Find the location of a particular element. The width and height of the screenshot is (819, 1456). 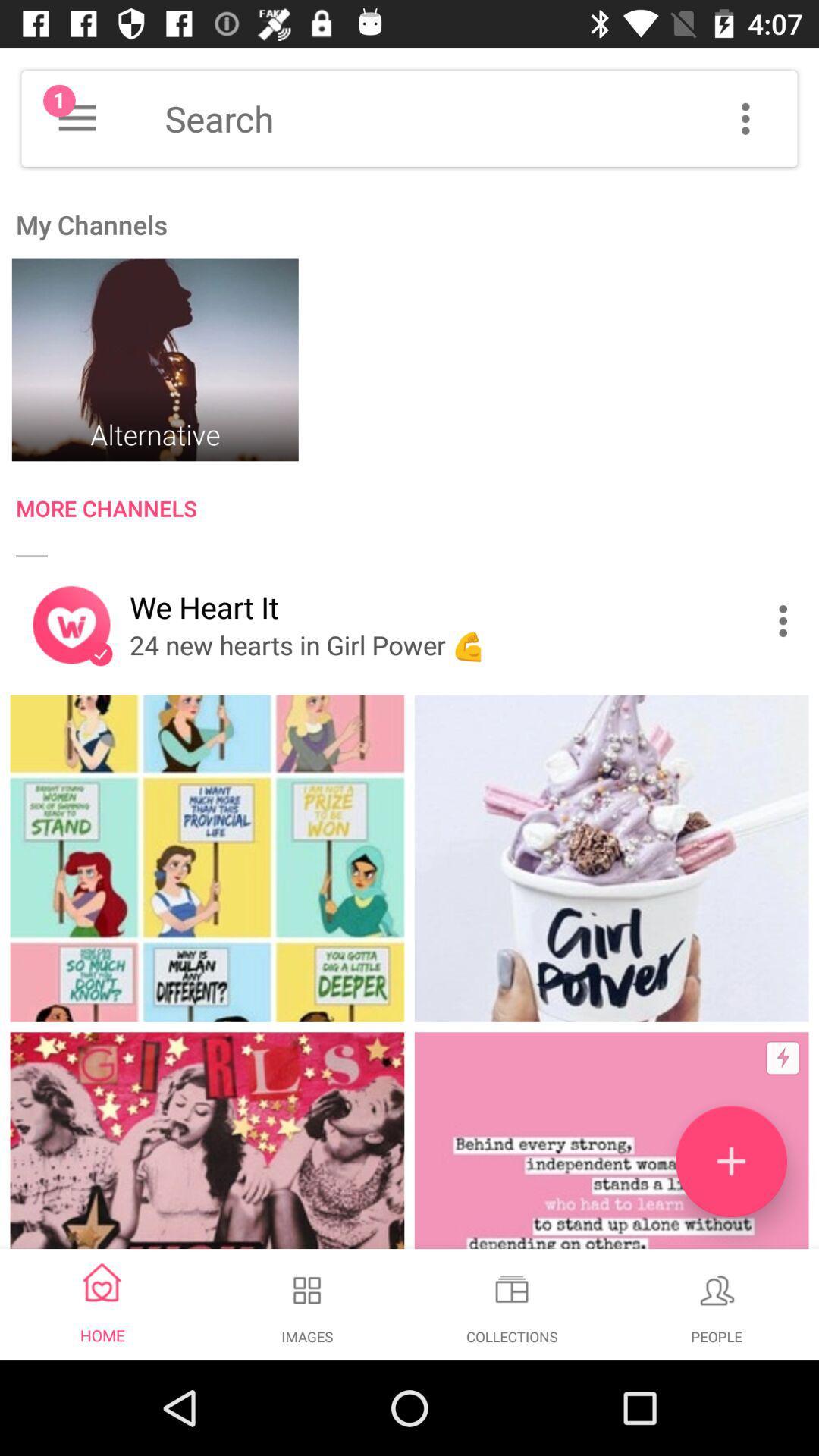

more option is located at coordinates (77, 118).